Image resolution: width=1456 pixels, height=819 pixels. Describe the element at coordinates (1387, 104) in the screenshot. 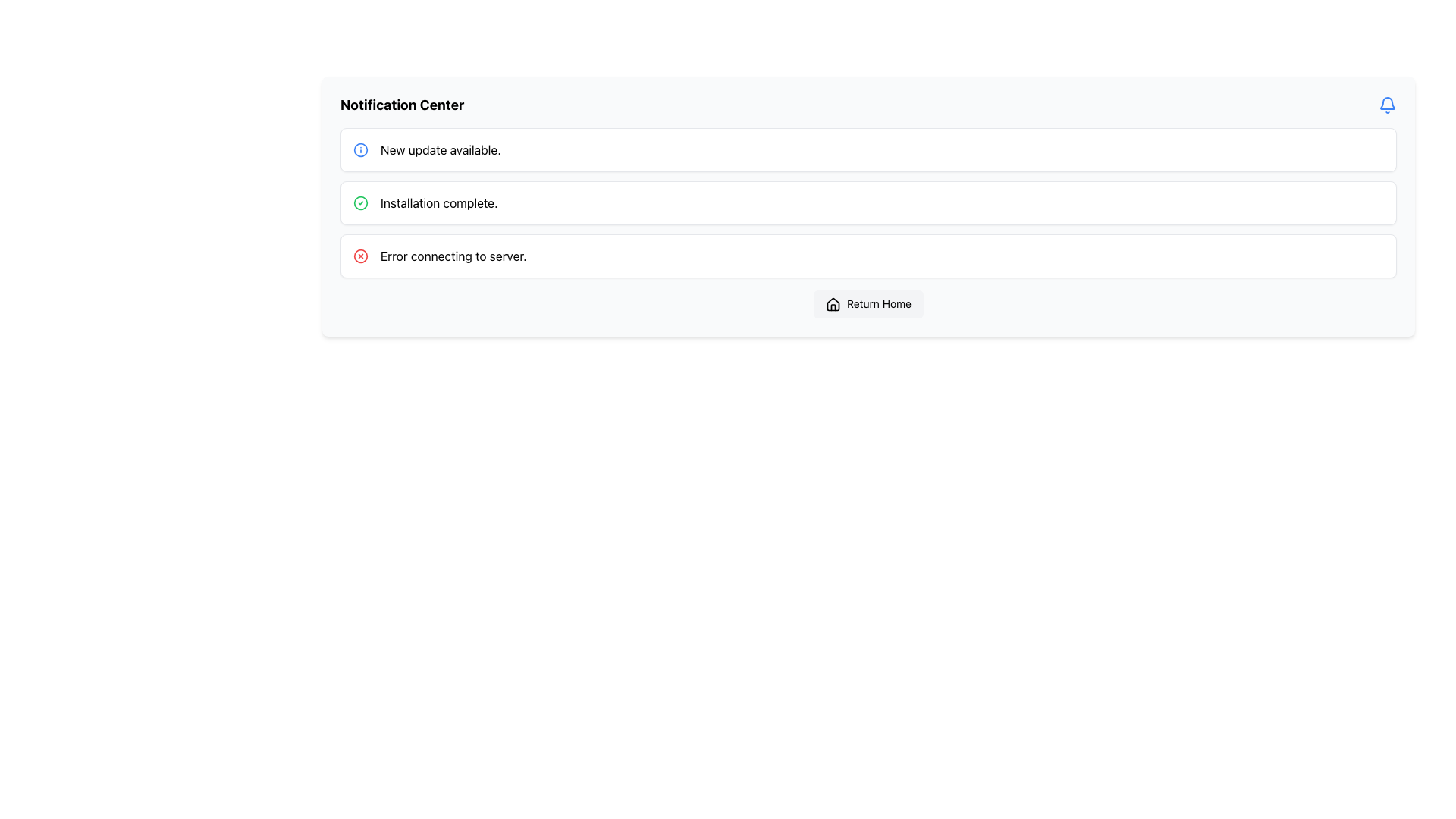

I see `the blue bell-shaped notification icon located at the far-right edge of the 'Notification Center' panel` at that location.